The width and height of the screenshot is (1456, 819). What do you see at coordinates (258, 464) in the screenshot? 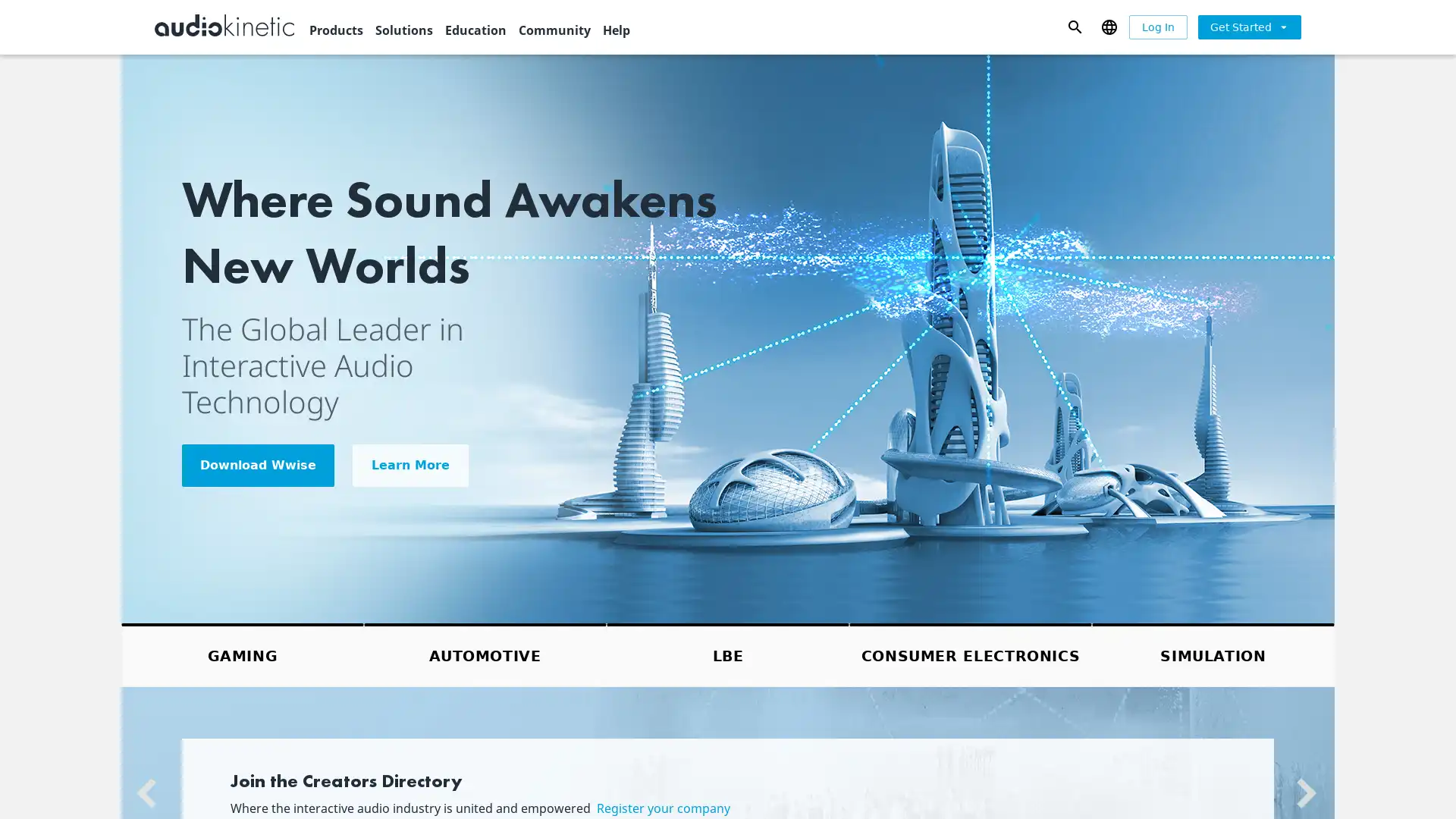
I see `Download Wwise` at bounding box center [258, 464].